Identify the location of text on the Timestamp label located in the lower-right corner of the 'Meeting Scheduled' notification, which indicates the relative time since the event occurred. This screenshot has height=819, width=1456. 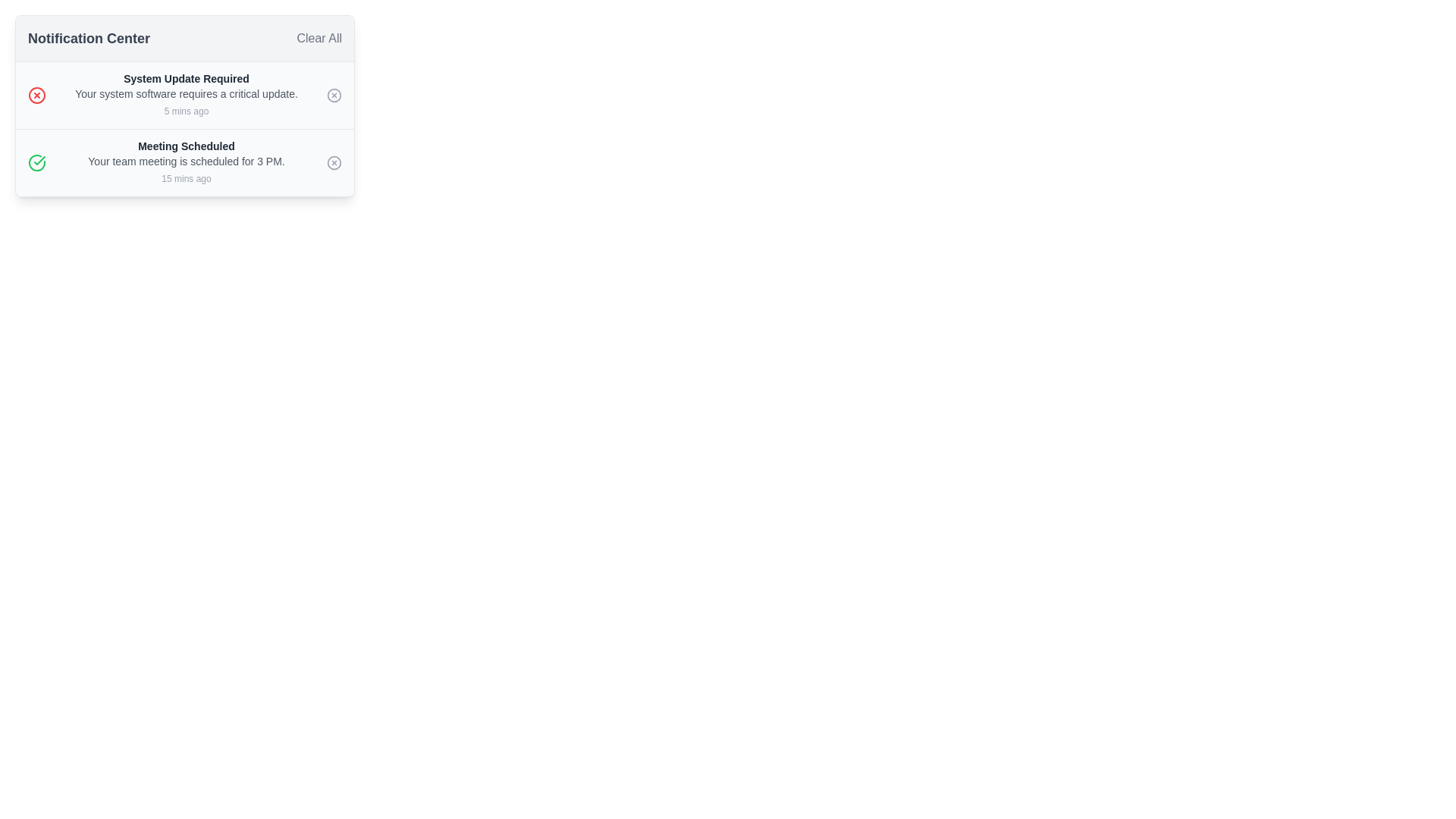
(185, 177).